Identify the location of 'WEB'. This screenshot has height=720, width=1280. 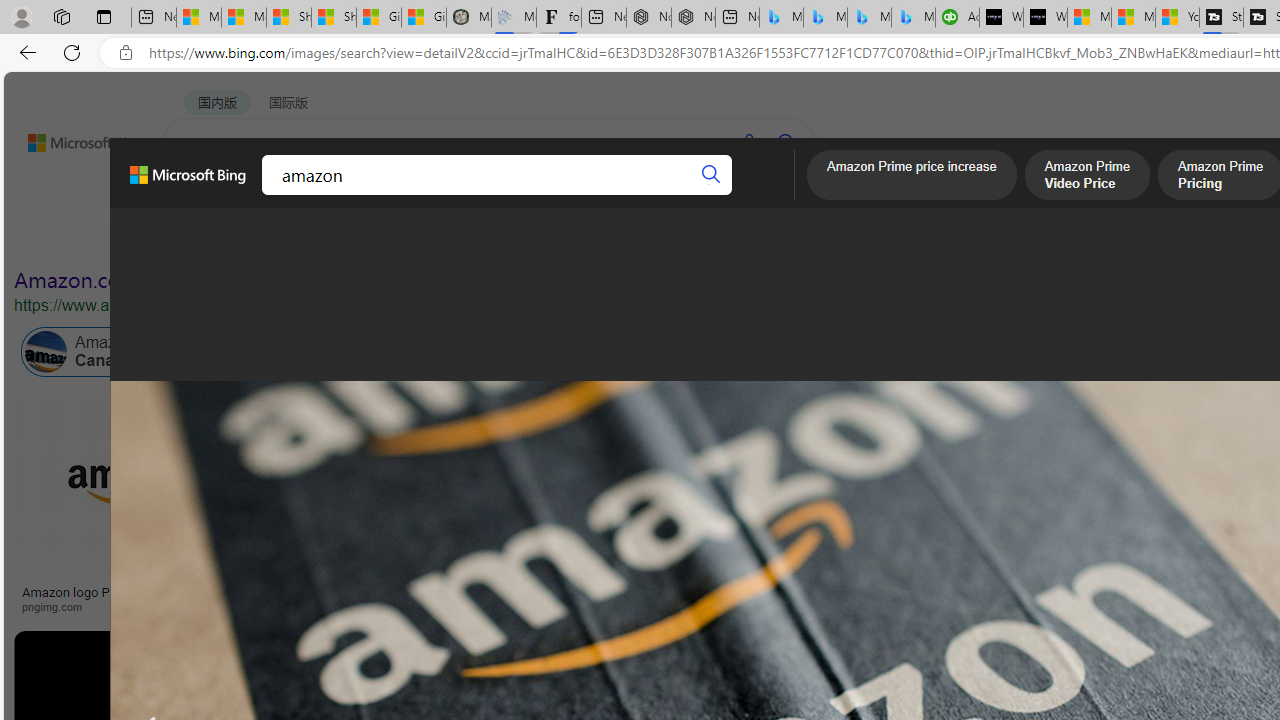
(201, 195).